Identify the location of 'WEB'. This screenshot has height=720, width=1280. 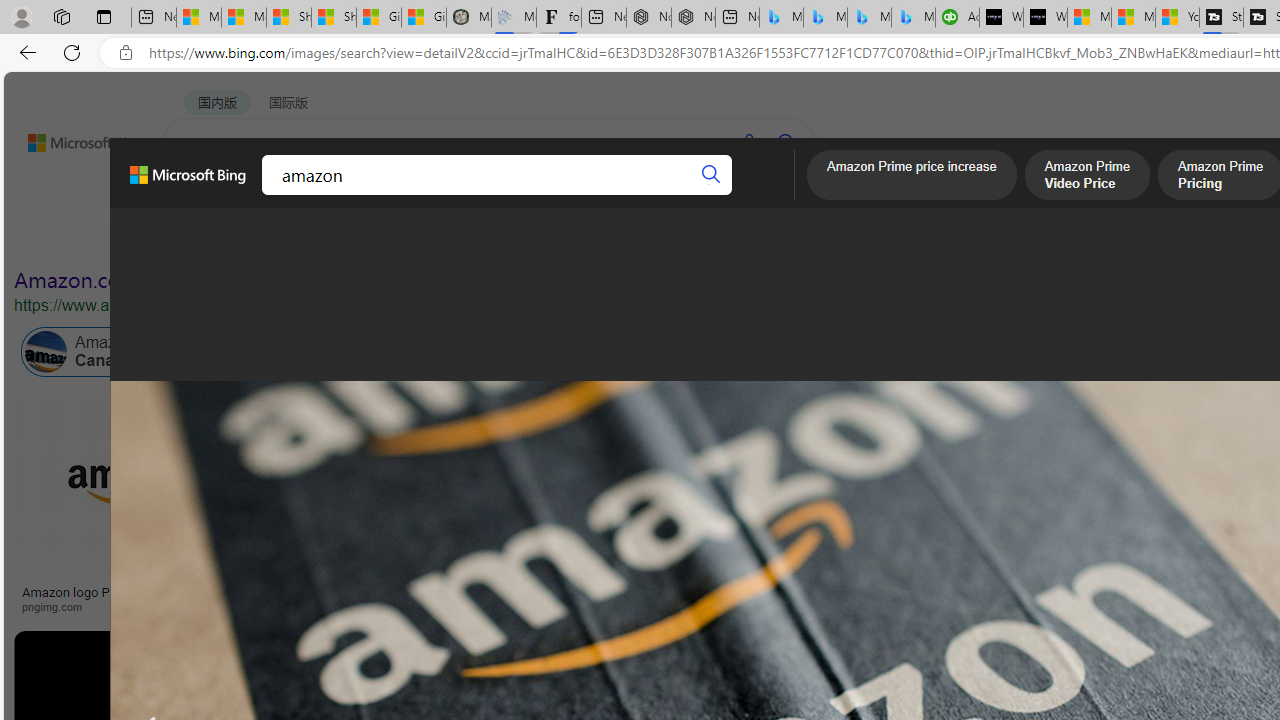
(201, 195).